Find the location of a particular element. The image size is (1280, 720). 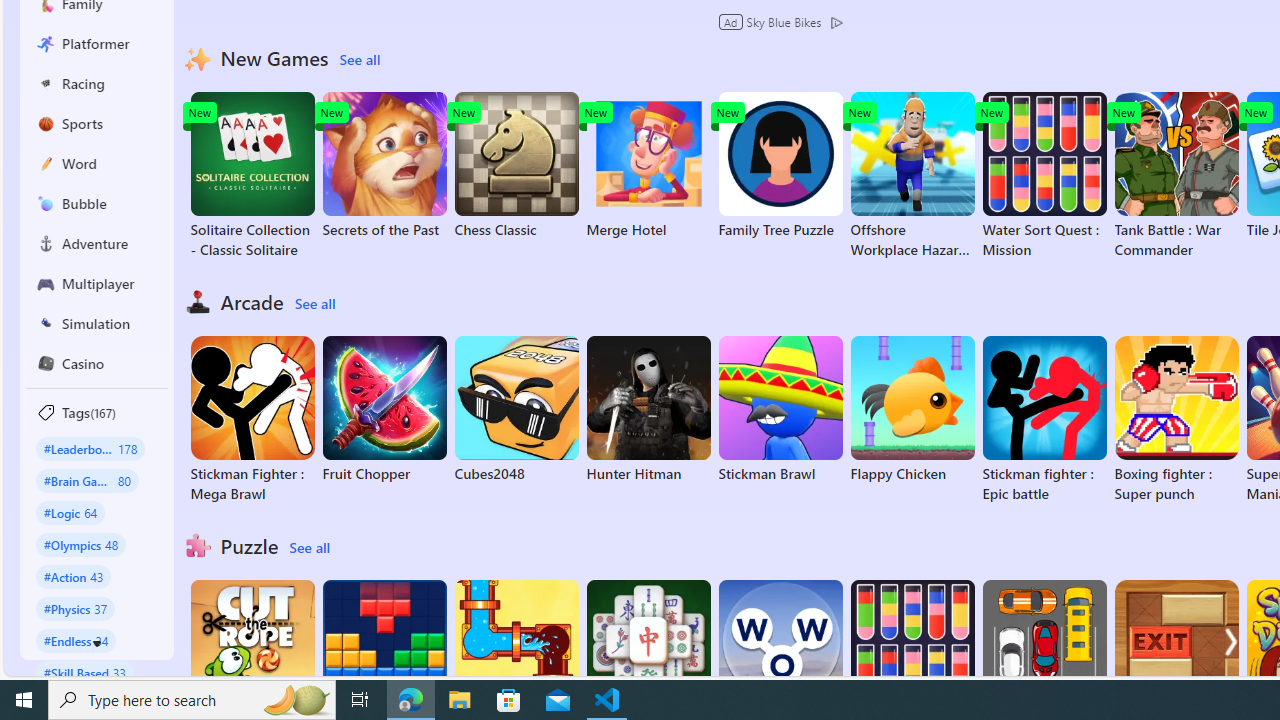

'Tank Battle : War Commander' is located at coordinates (1176, 175).